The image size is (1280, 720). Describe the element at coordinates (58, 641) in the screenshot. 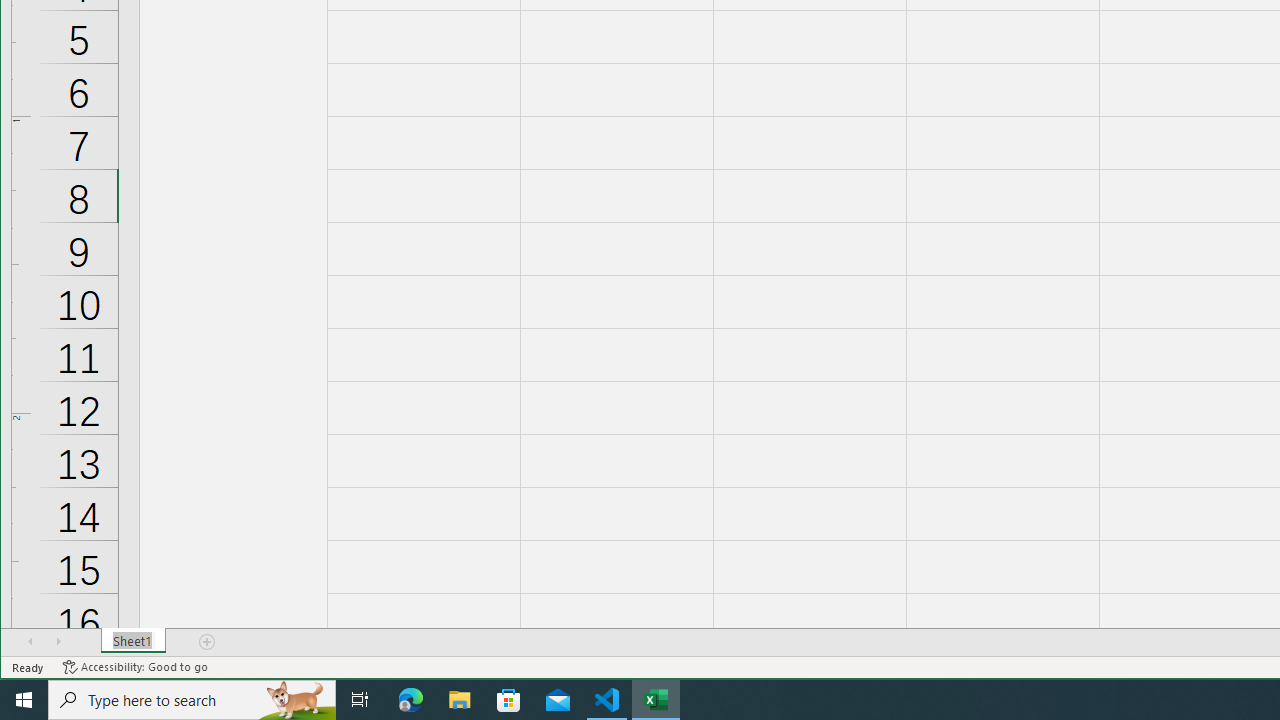

I see `'Scroll Right'` at that location.